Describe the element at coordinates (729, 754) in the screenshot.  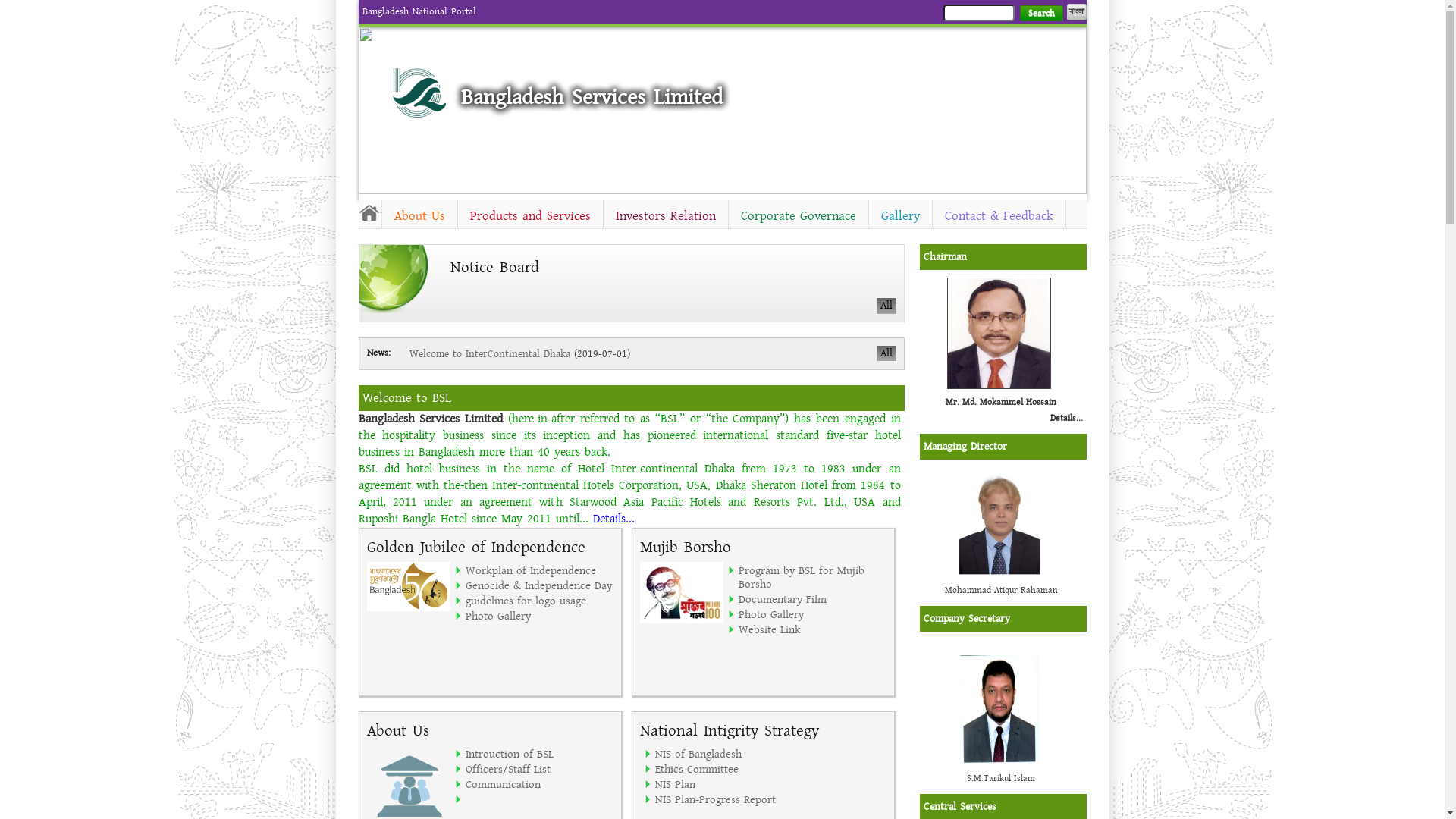
I see `'NIS of Bangladesh'` at that location.